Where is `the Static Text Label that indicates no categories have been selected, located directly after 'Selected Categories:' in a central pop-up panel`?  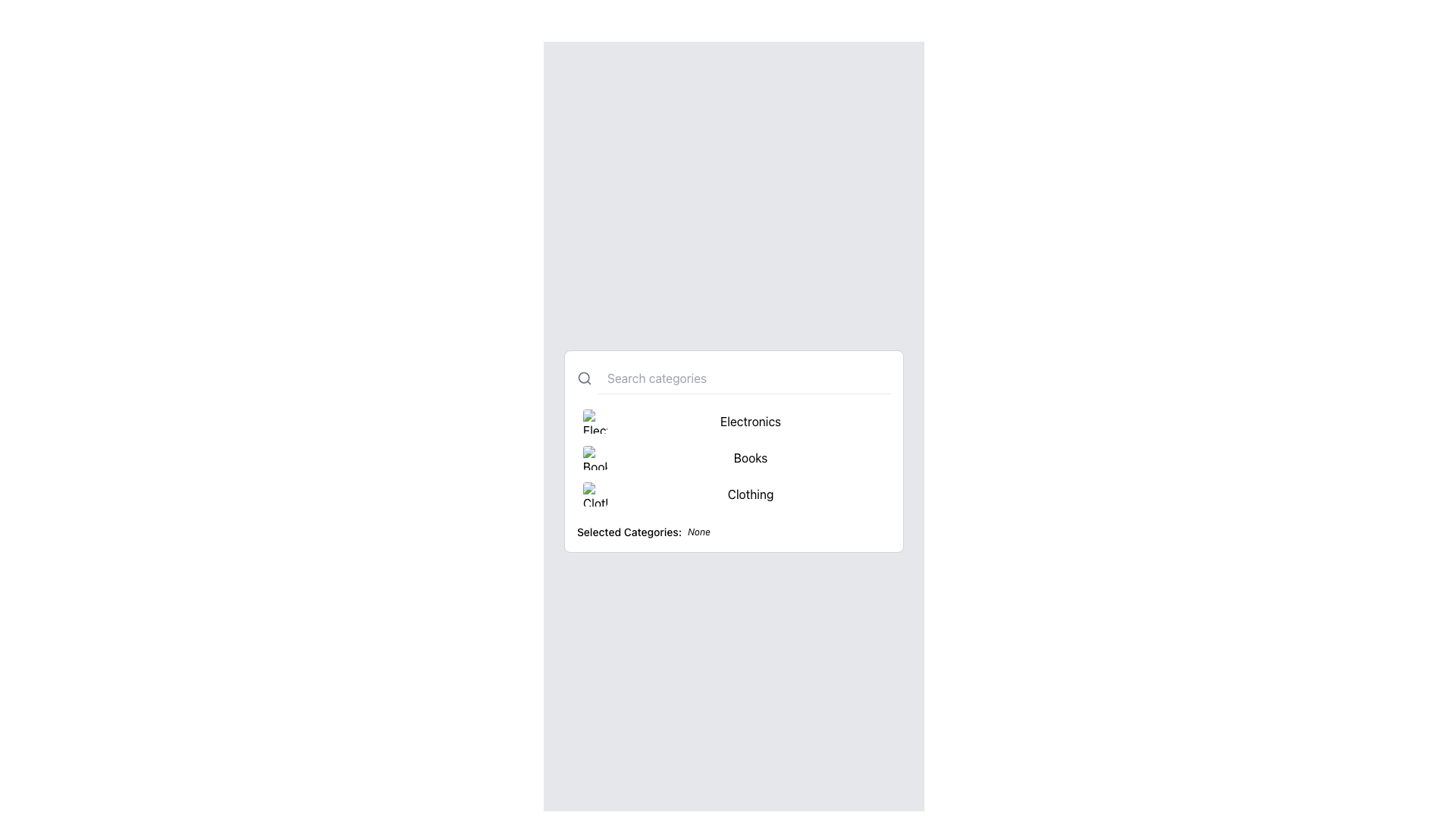 the Static Text Label that indicates no categories have been selected, located directly after 'Selected Categories:' in a central pop-up panel is located at coordinates (698, 531).